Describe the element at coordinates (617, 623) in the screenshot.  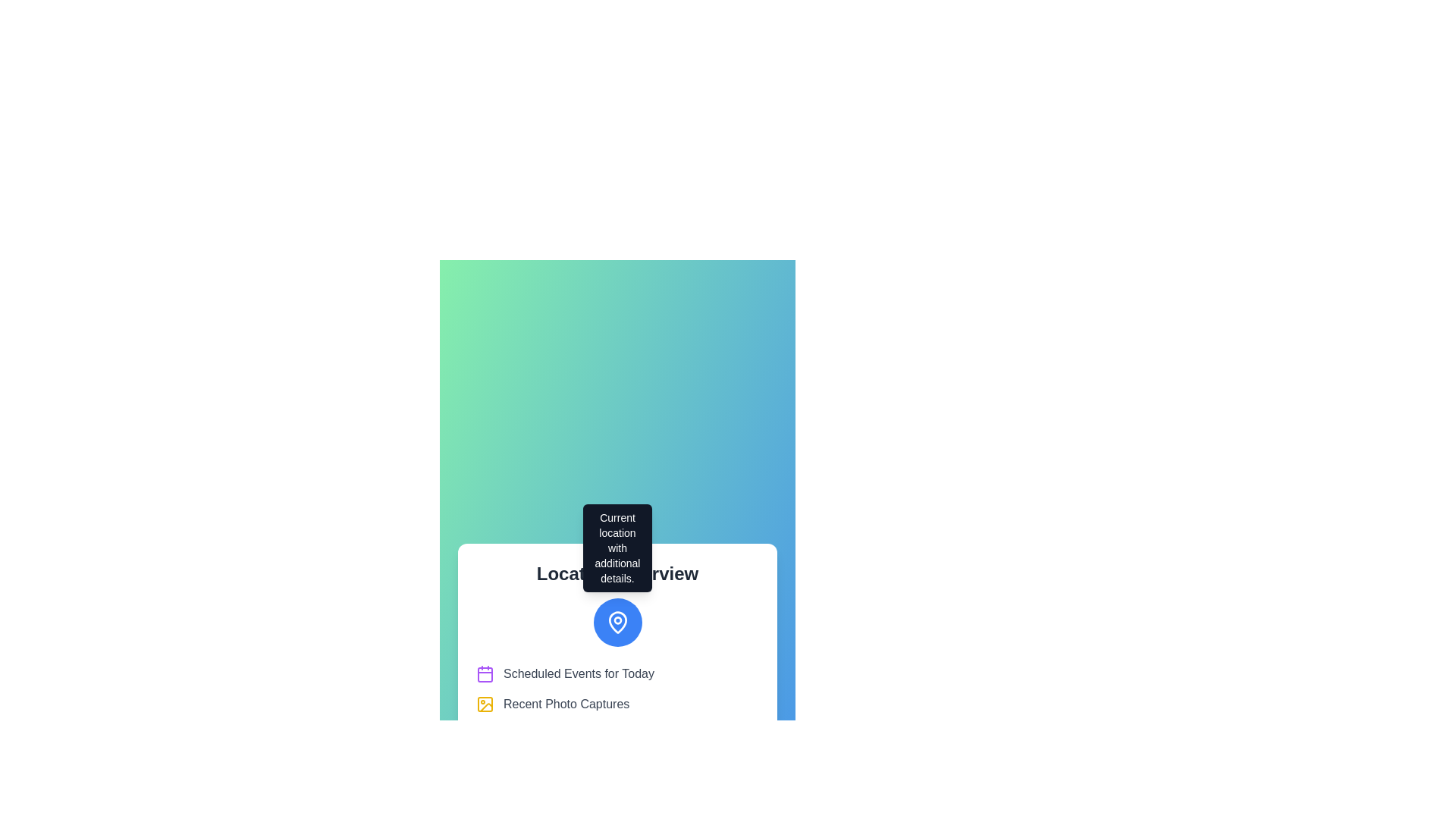
I see `the blue circular icon button with a white map pin icon, located below the 'Location Overview' title` at that location.